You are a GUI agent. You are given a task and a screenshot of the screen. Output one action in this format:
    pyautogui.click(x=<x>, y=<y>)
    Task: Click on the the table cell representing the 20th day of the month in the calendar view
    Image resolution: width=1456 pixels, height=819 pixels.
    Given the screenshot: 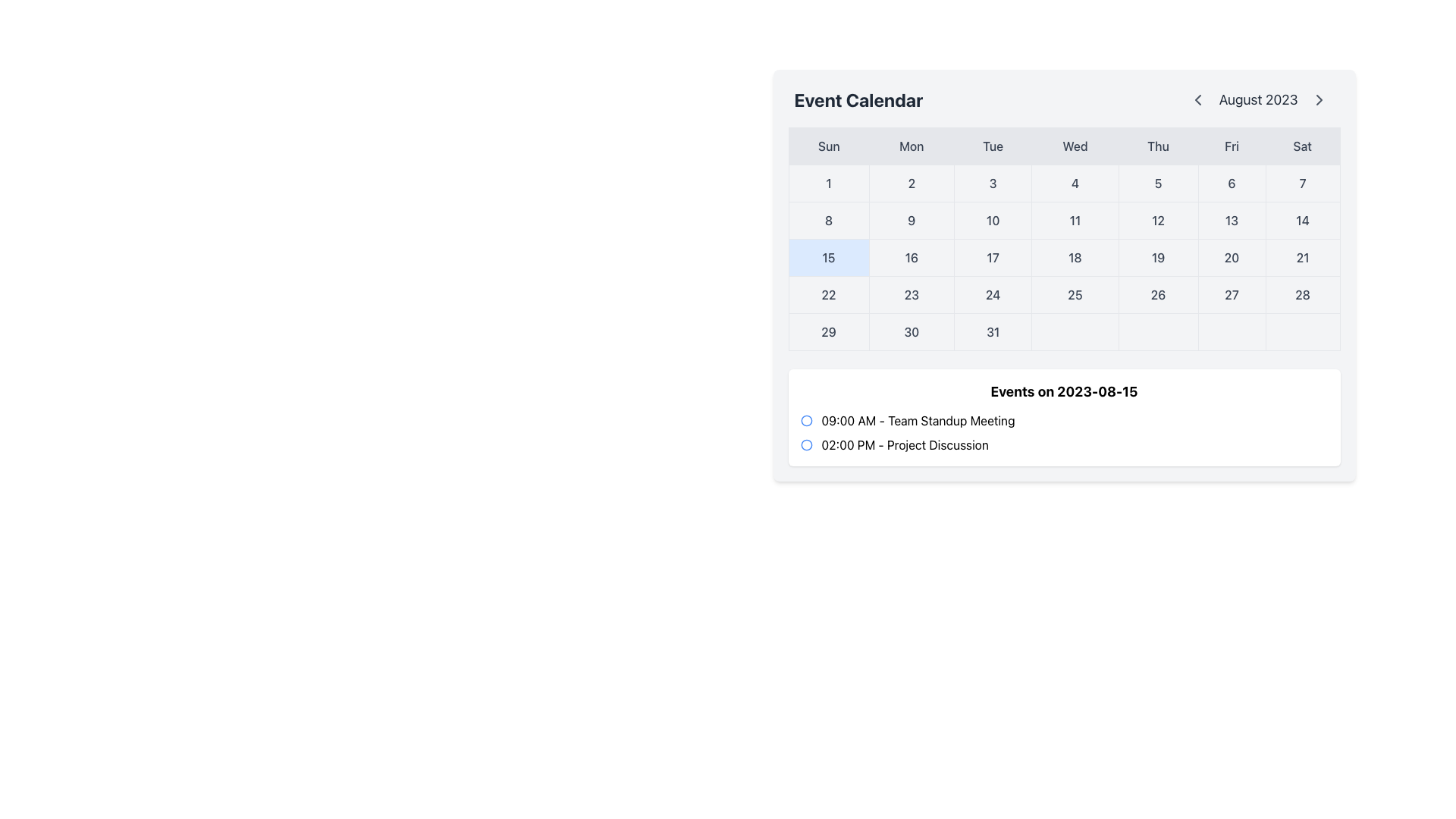 What is the action you would take?
    pyautogui.click(x=1232, y=256)
    